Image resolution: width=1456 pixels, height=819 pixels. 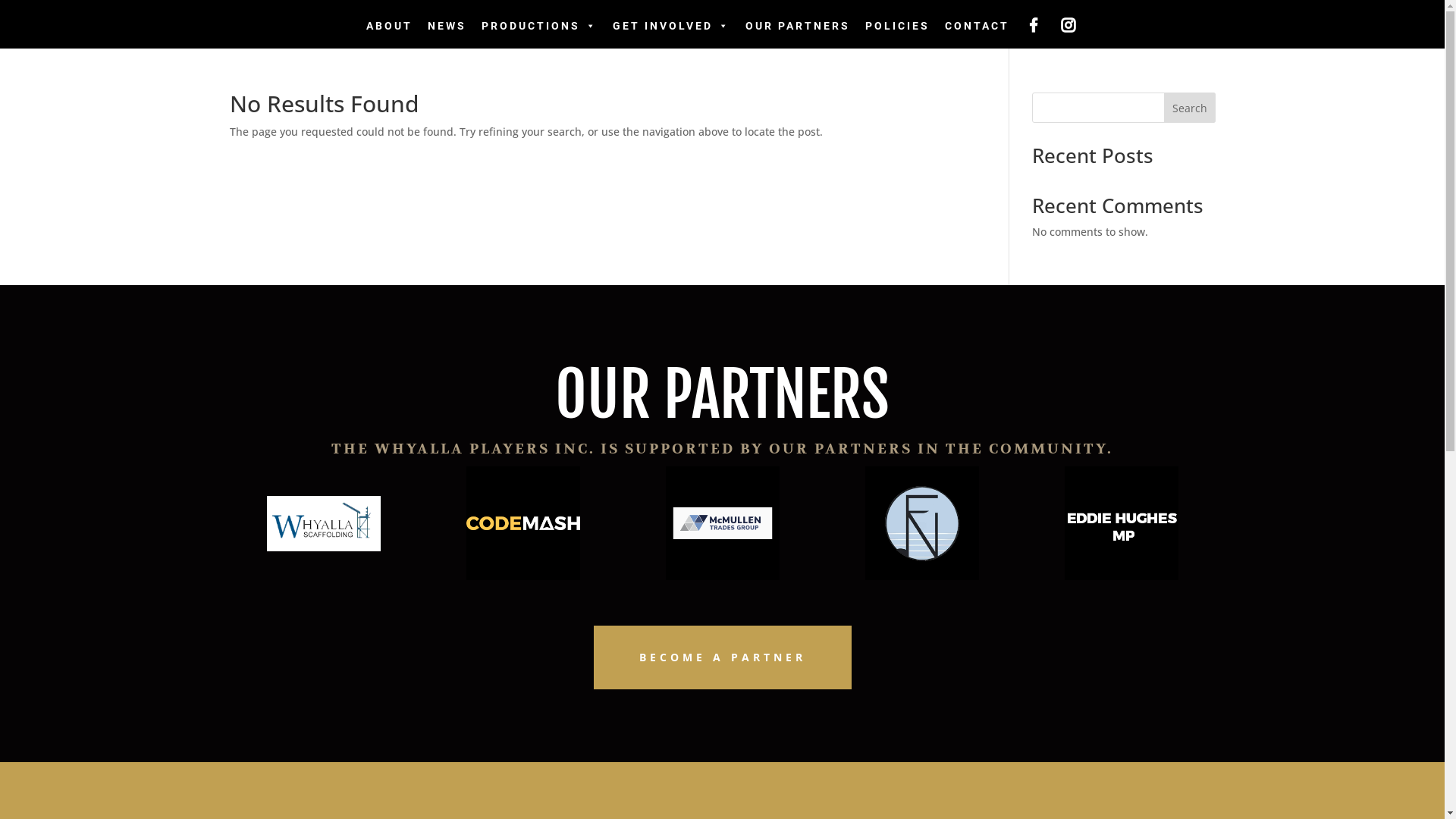 I want to click on 'CONTACT', so click(x=937, y=26).